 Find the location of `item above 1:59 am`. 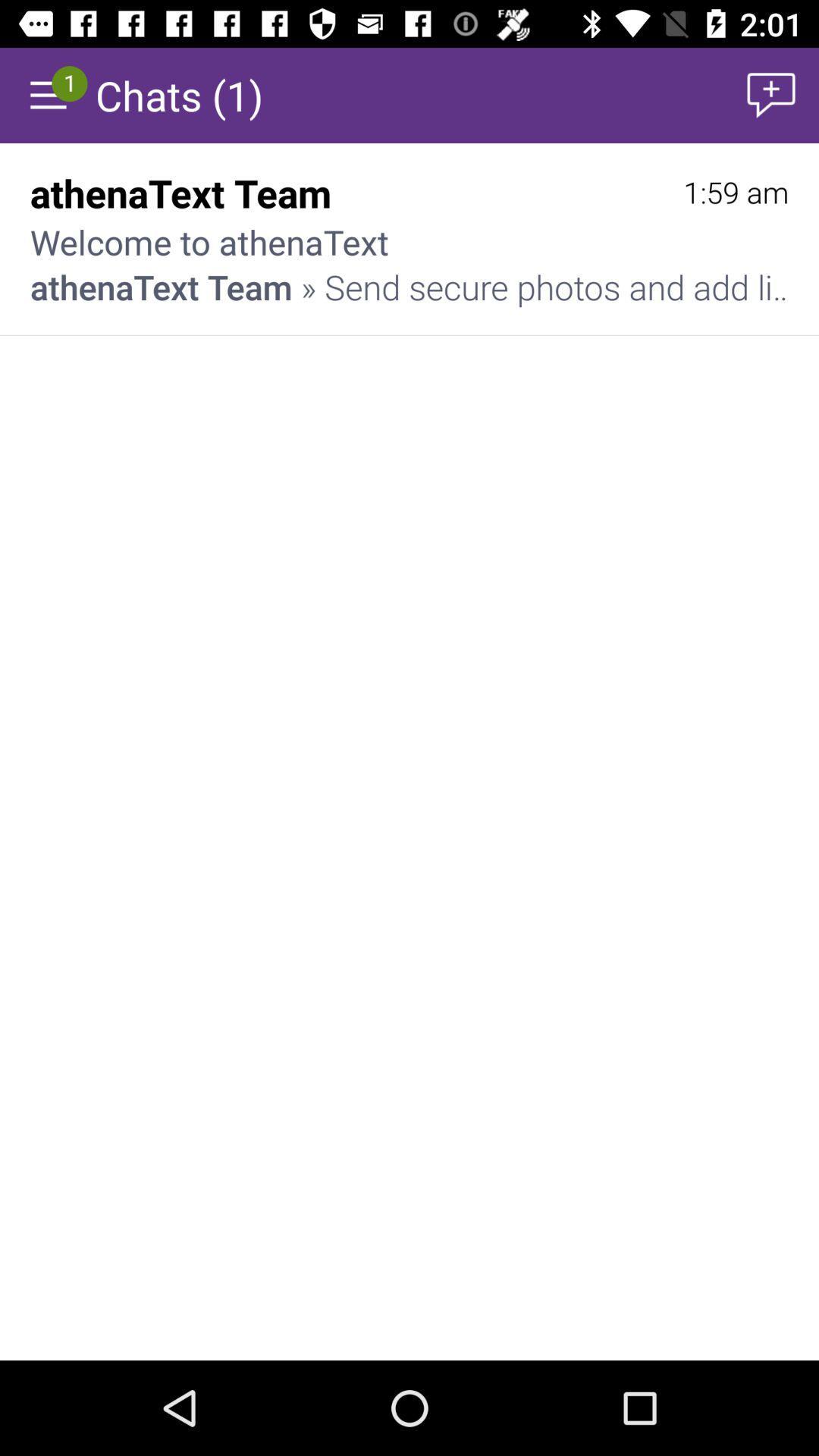

item above 1:59 am is located at coordinates (771, 94).